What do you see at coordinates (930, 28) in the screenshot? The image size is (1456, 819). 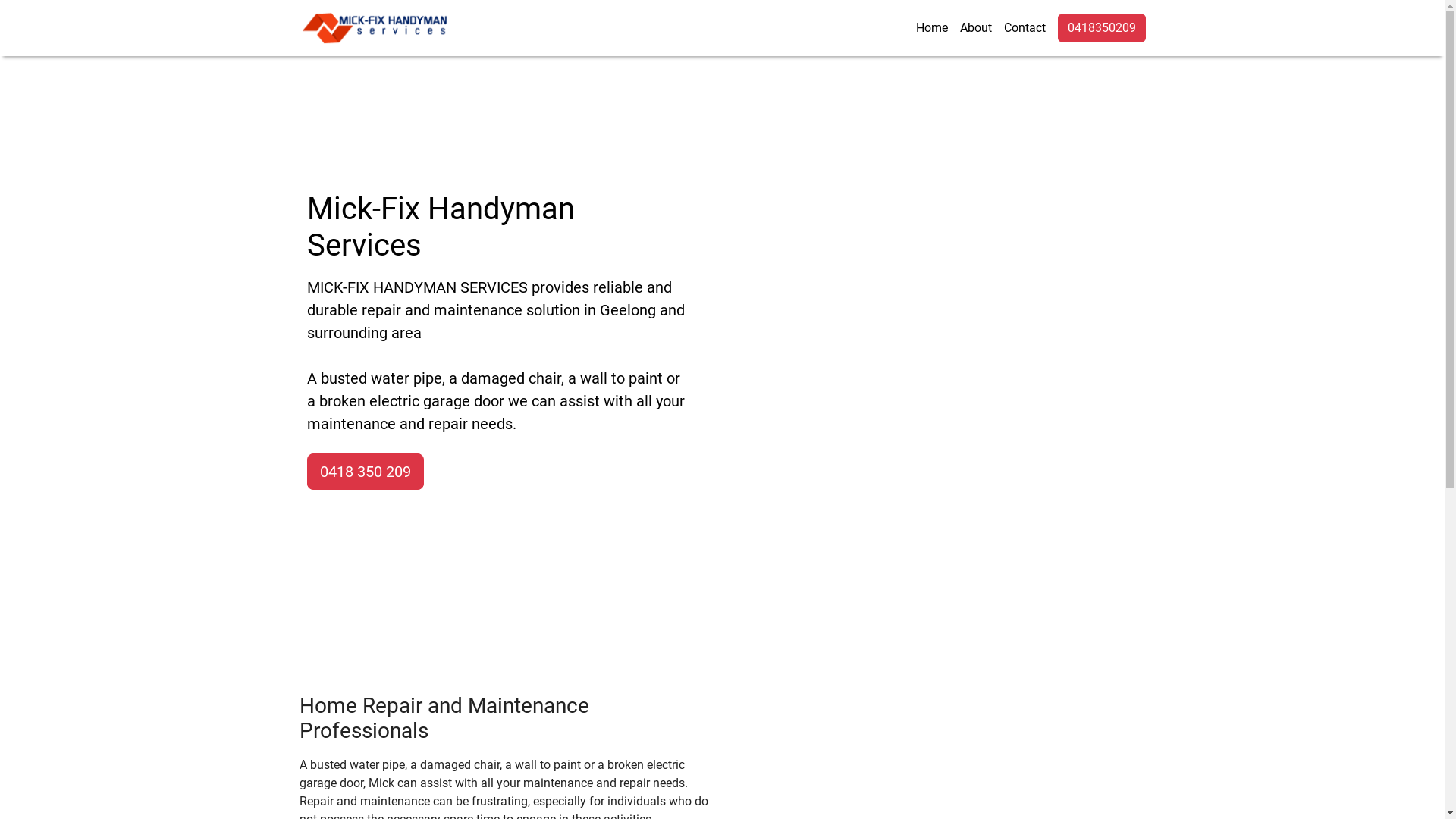 I see `'Home'` at bounding box center [930, 28].